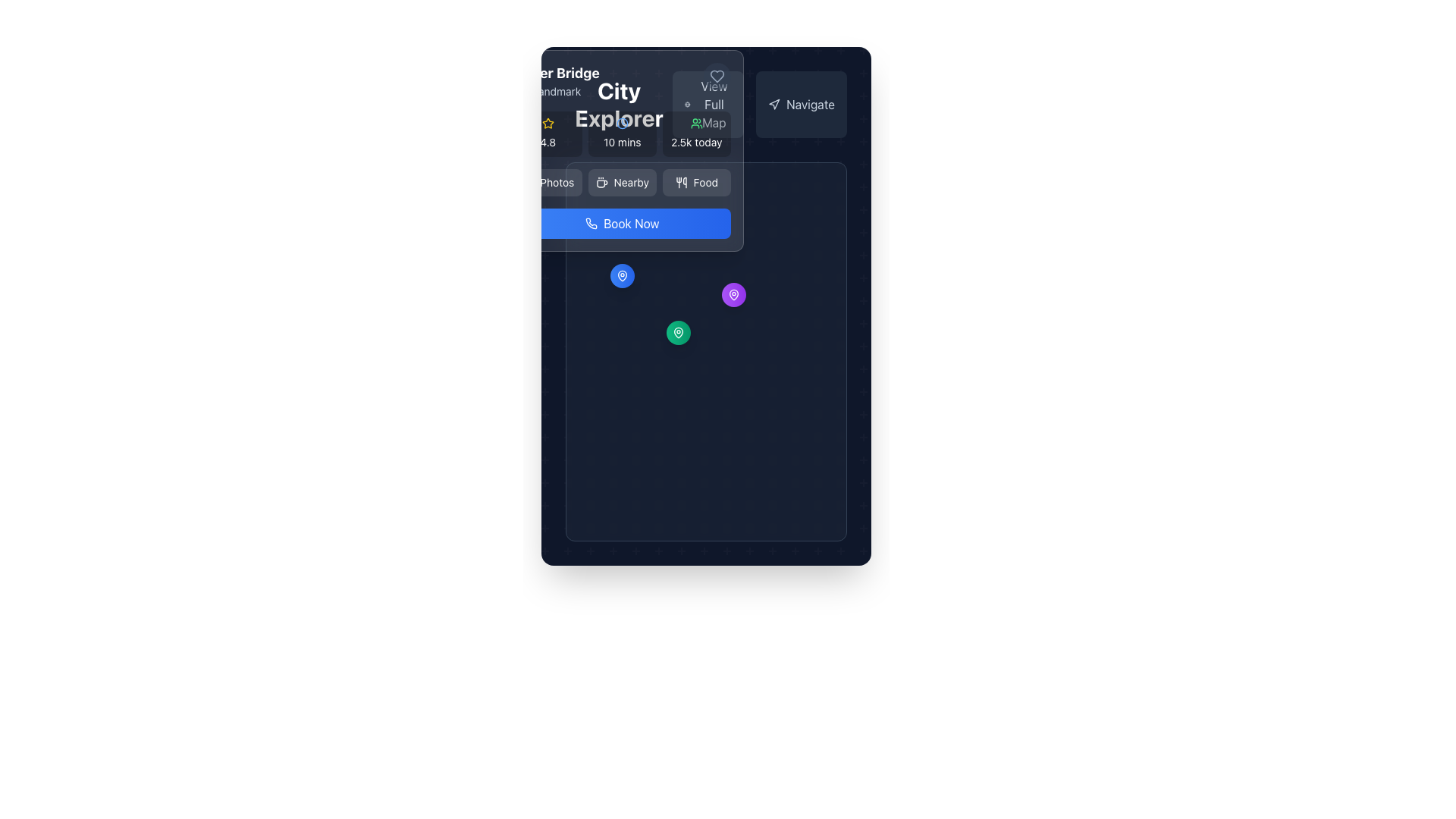 This screenshot has height=819, width=1456. What do you see at coordinates (619, 104) in the screenshot?
I see `the text label indicating the current view or feature within the application, located near the top left side of the interface` at bounding box center [619, 104].